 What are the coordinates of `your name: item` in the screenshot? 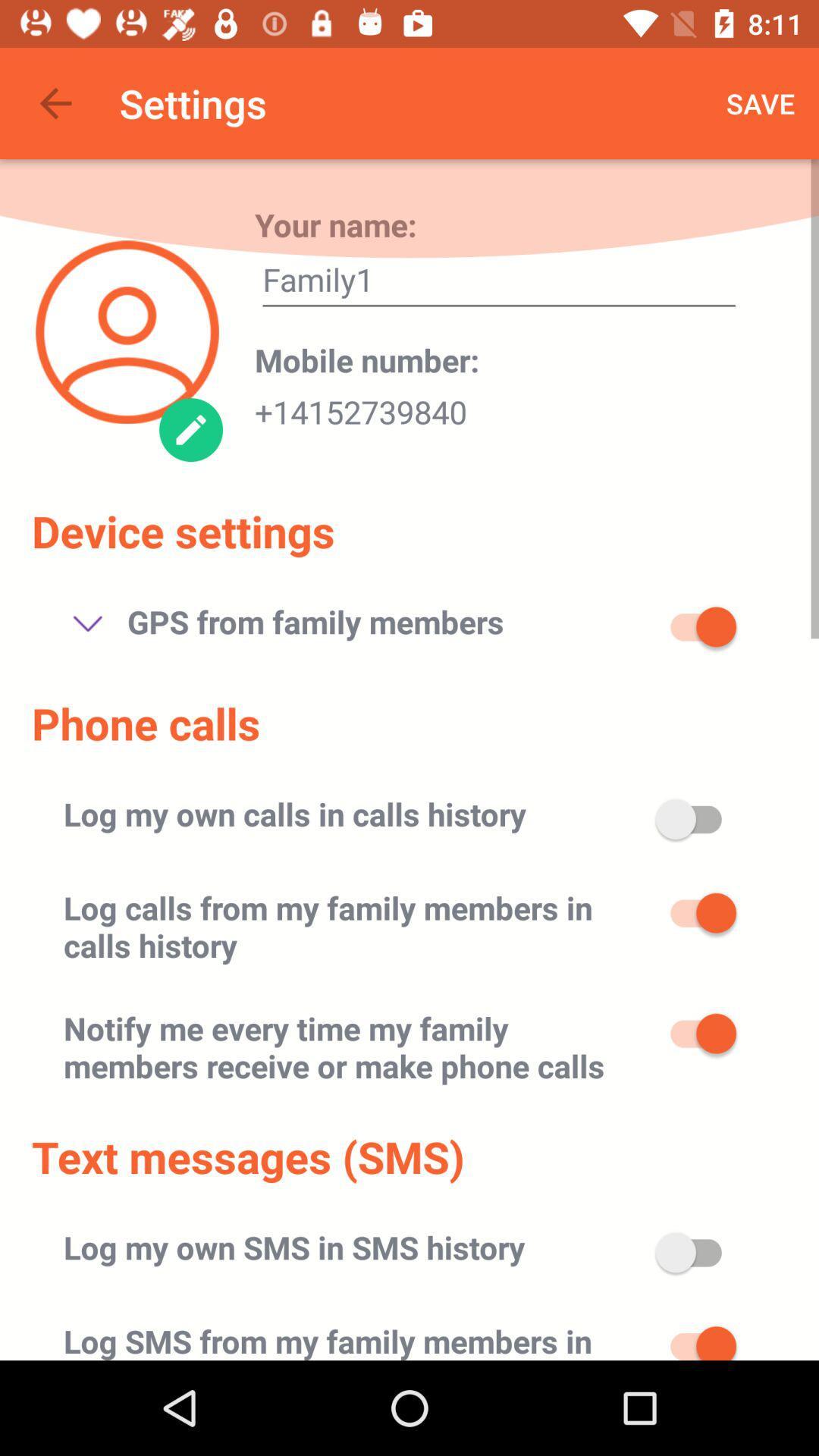 It's located at (334, 224).